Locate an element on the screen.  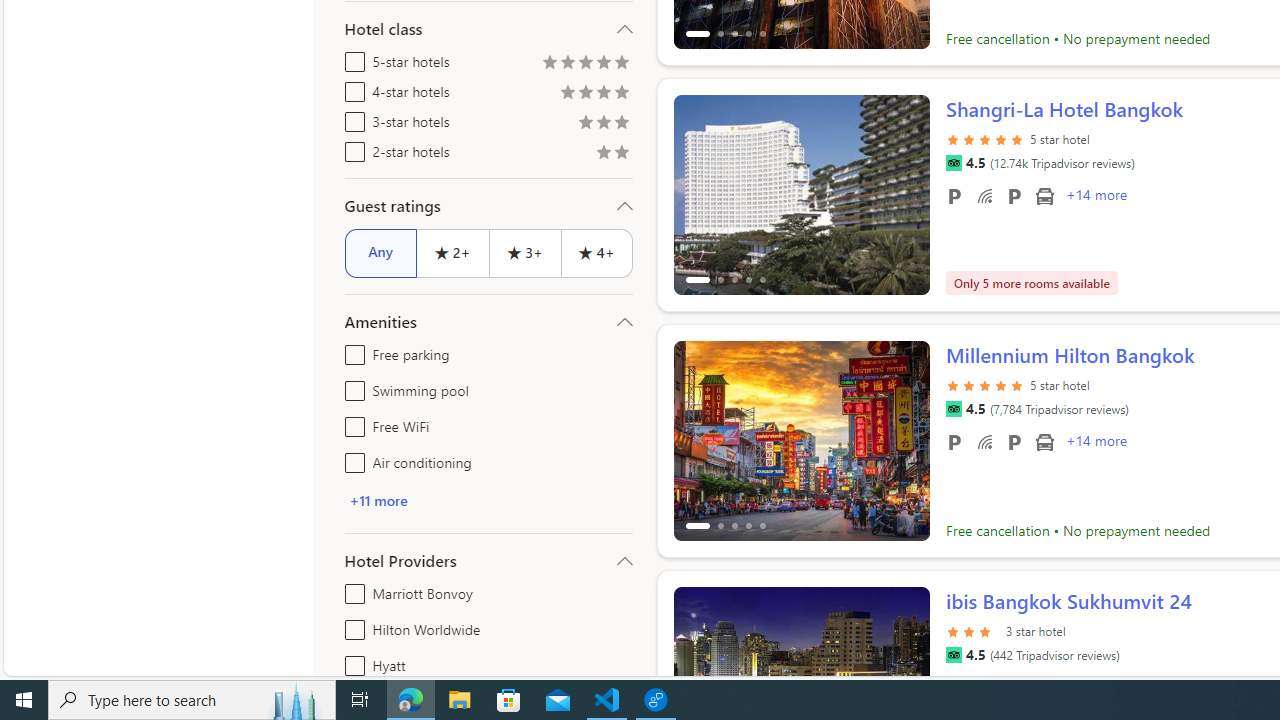
'Tripadvisor' is located at coordinates (952, 655).